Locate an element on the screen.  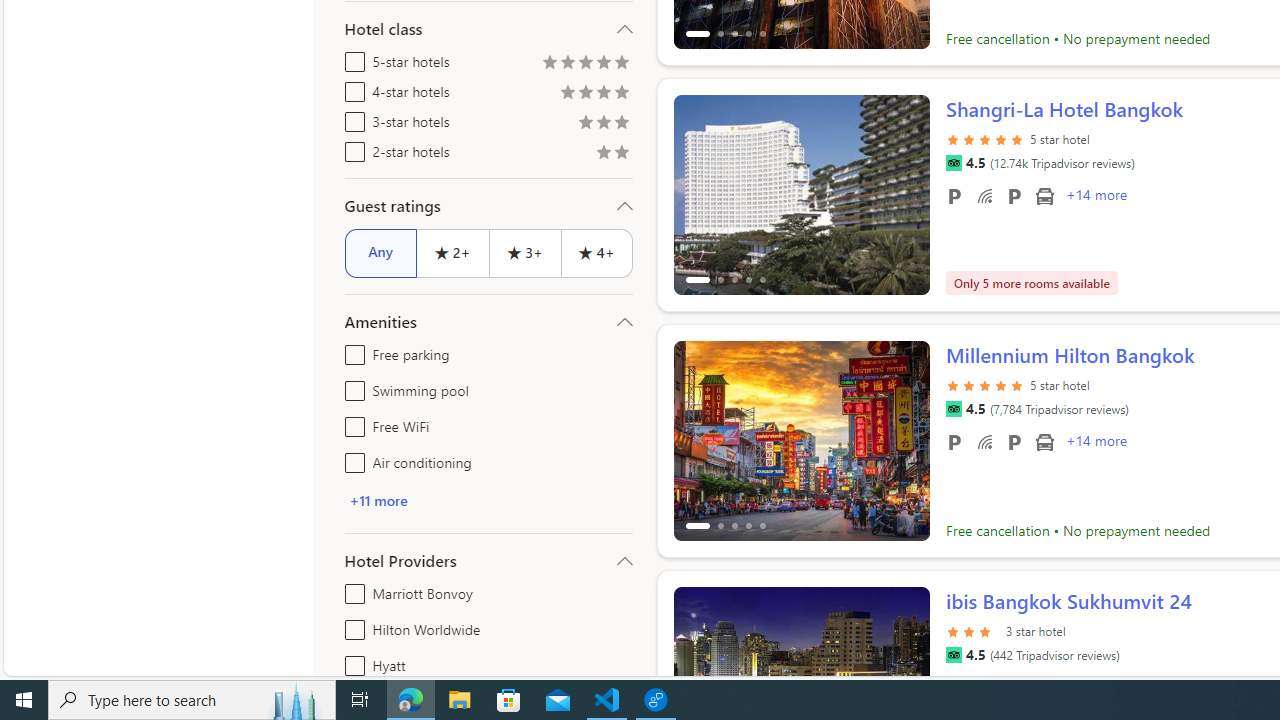
'Tripadvisor' is located at coordinates (952, 655).